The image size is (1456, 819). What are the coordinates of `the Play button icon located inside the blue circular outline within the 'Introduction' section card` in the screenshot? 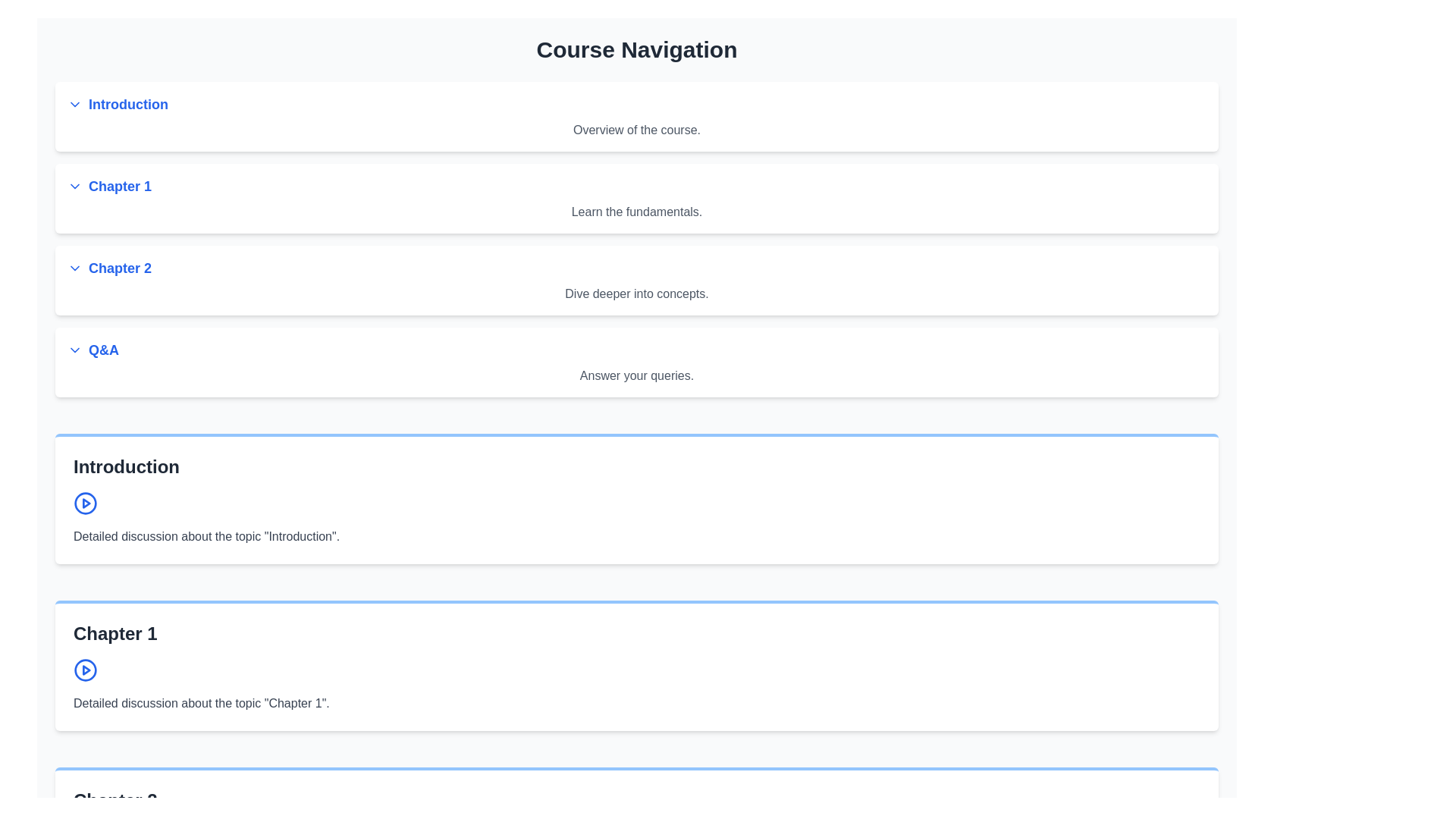 It's located at (86, 669).